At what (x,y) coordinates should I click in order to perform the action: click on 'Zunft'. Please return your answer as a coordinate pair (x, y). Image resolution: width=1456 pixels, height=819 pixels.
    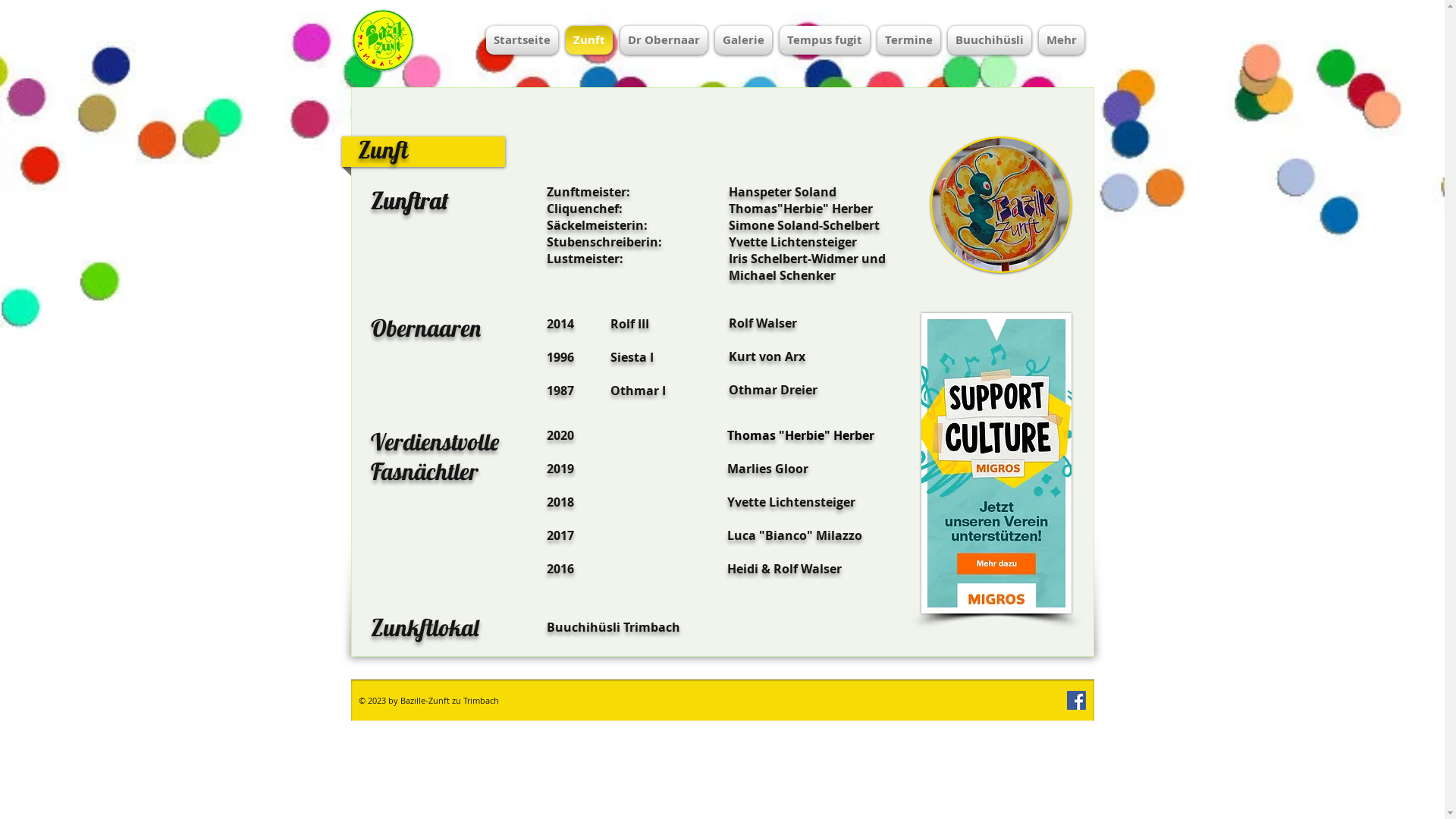
    Looking at the image, I should click on (588, 39).